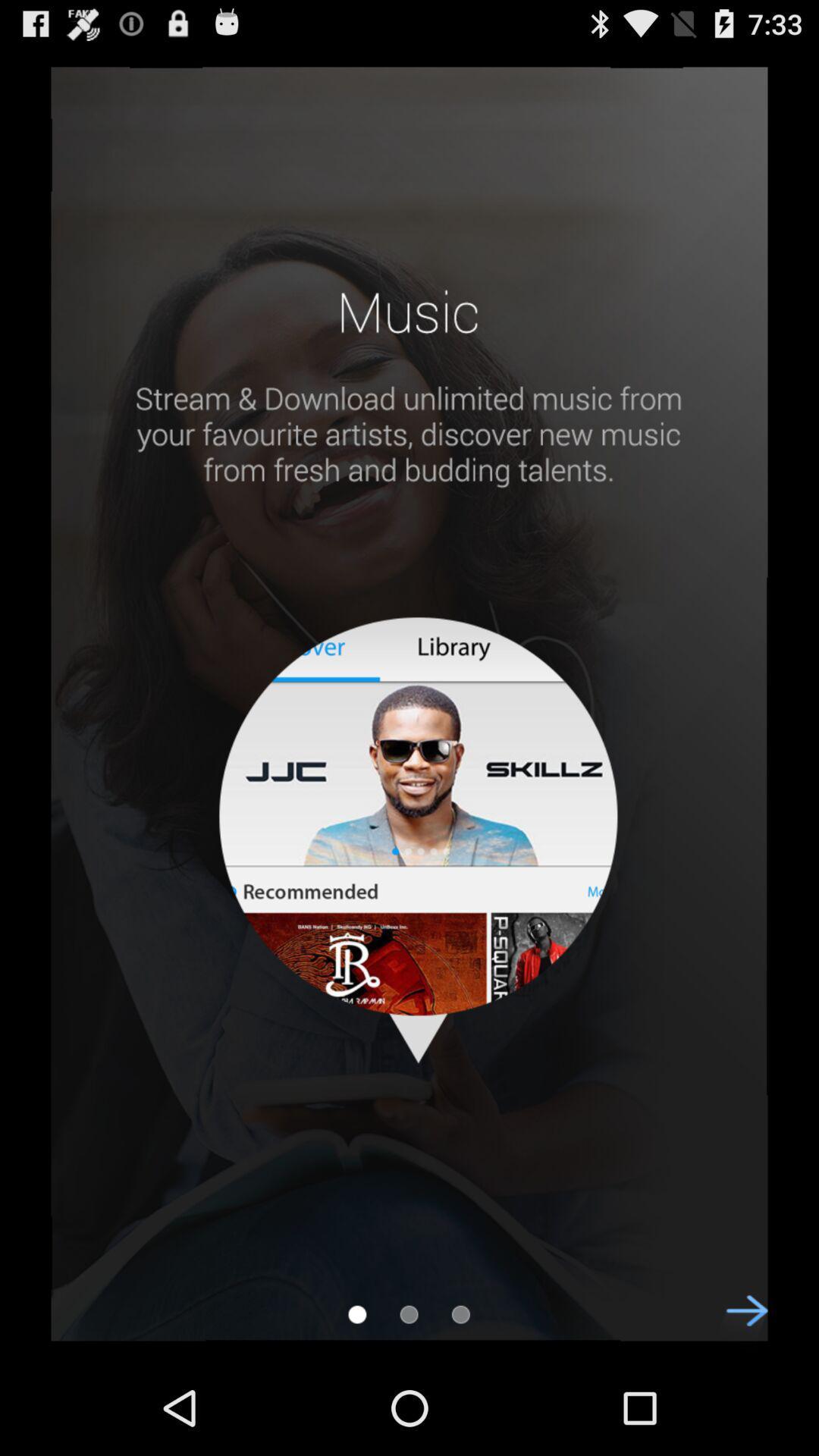 The image size is (819, 1456). Describe the element at coordinates (738, 1323) in the screenshot. I see `move to next` at that location.